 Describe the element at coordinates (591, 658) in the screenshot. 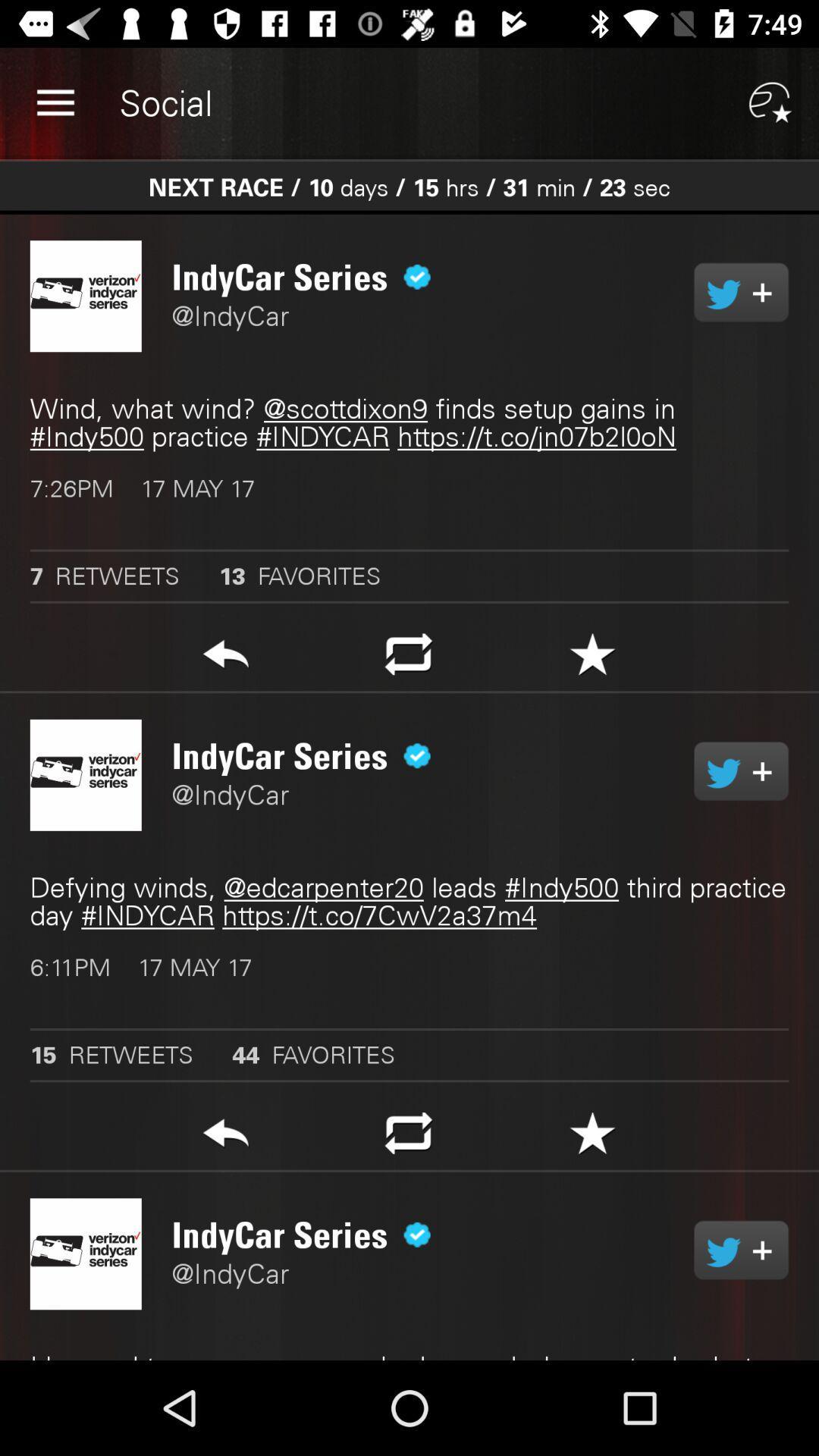

I see `star tweet from may 17 2017` at that location.